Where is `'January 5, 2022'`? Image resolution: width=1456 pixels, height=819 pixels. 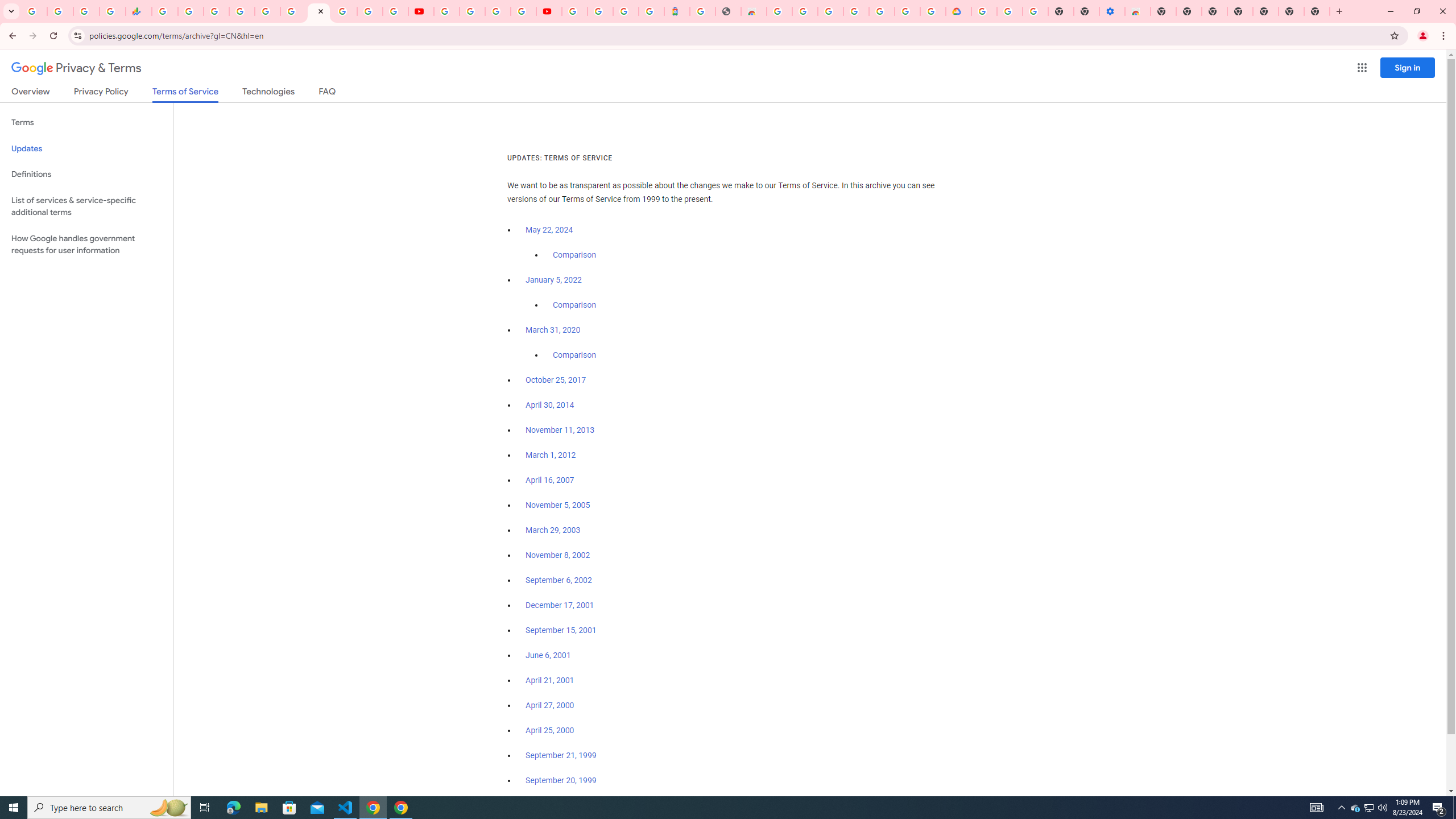
'January 5, 2022' is located at coordinates (554, 280).